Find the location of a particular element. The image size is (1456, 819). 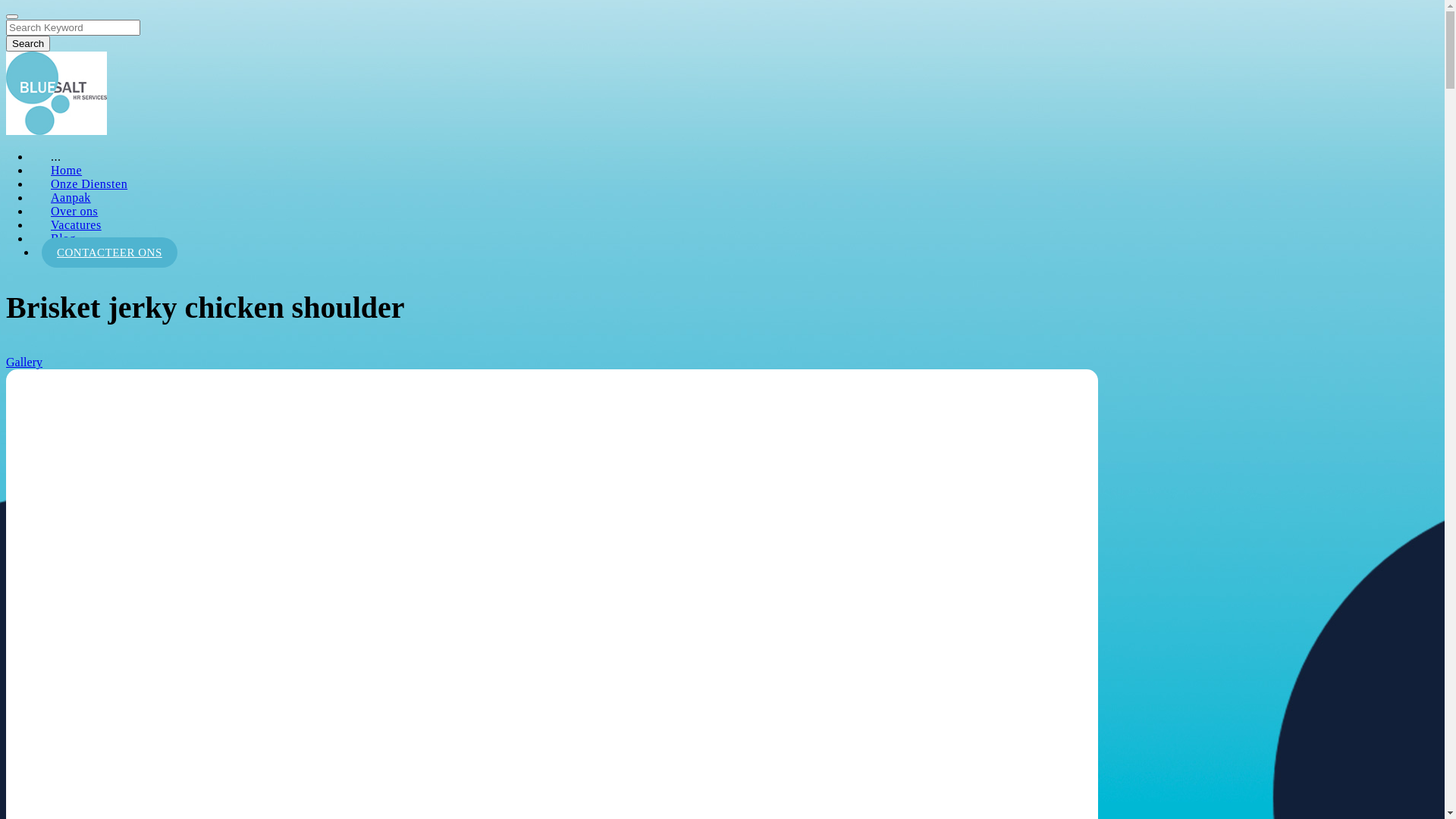

'Onze Diensten' is located at coordinates (88, 183).